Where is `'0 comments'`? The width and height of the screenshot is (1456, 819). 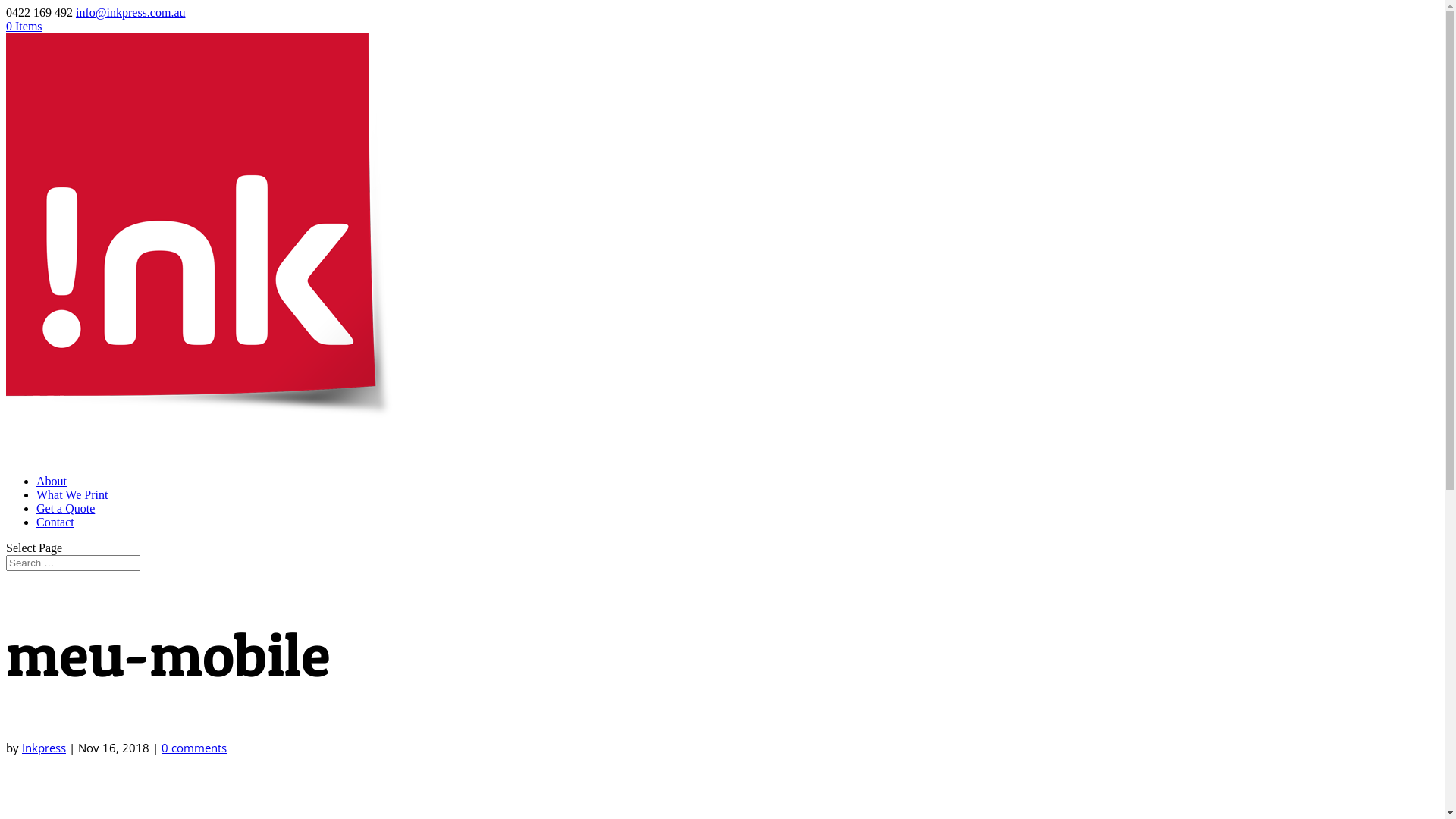 '0 comments' is located at coordinates (161, 747).